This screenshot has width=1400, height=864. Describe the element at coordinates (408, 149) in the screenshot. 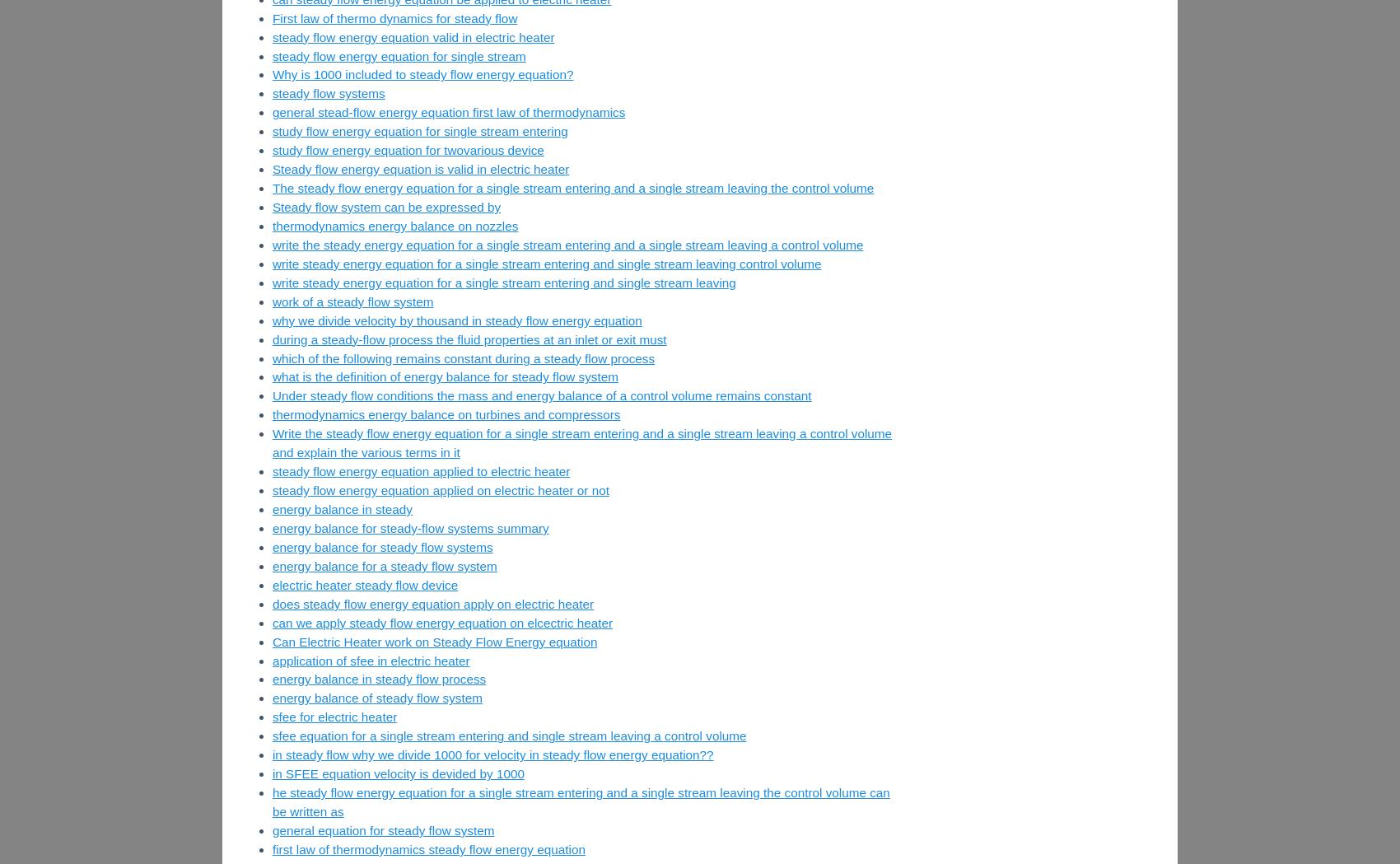

I see `'study flow energy equation for twovarious device'` at that location.